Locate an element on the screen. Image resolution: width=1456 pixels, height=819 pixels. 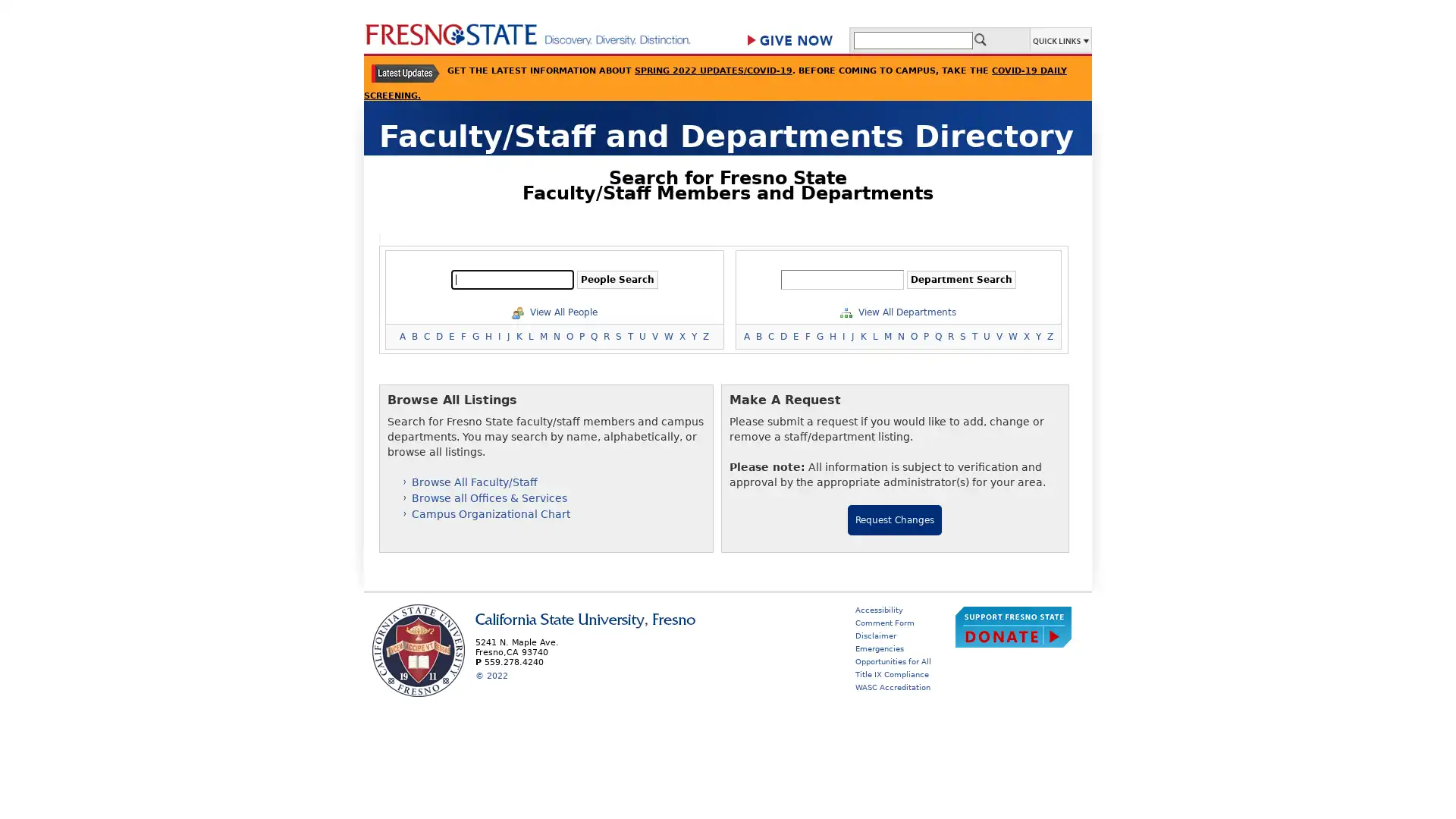
People Search is located at coordinates (617, 280).